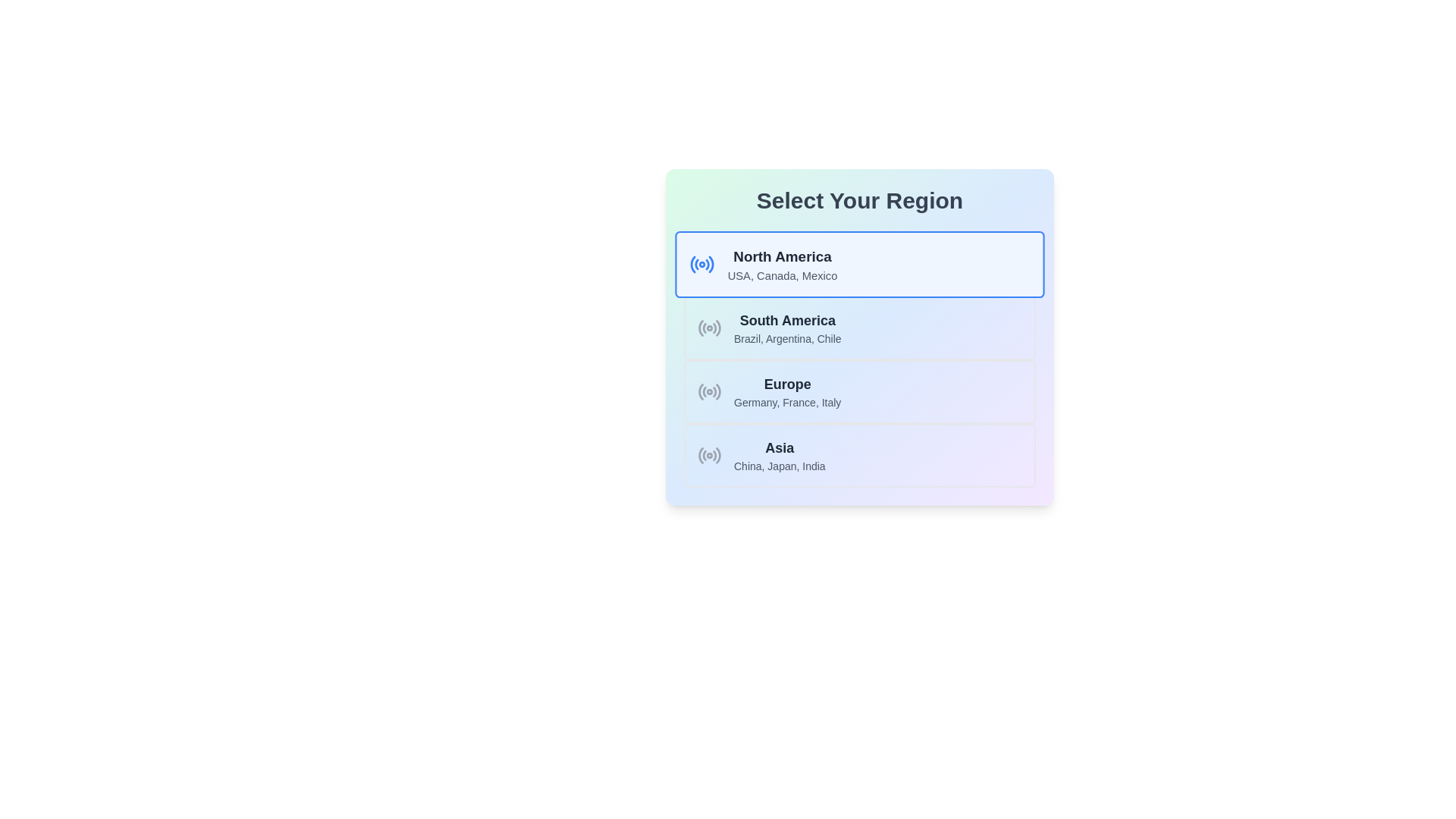 Image resolution: width=1456 pixels, height=819 pixels. Describe the element at coordinates (787, 320) in the screenshot. I see `the 'South America' text label, which is styled in bold and larger than adjacent text, located in the second row of the region selection interface under the card titled 'Select Your Region'` at that location.